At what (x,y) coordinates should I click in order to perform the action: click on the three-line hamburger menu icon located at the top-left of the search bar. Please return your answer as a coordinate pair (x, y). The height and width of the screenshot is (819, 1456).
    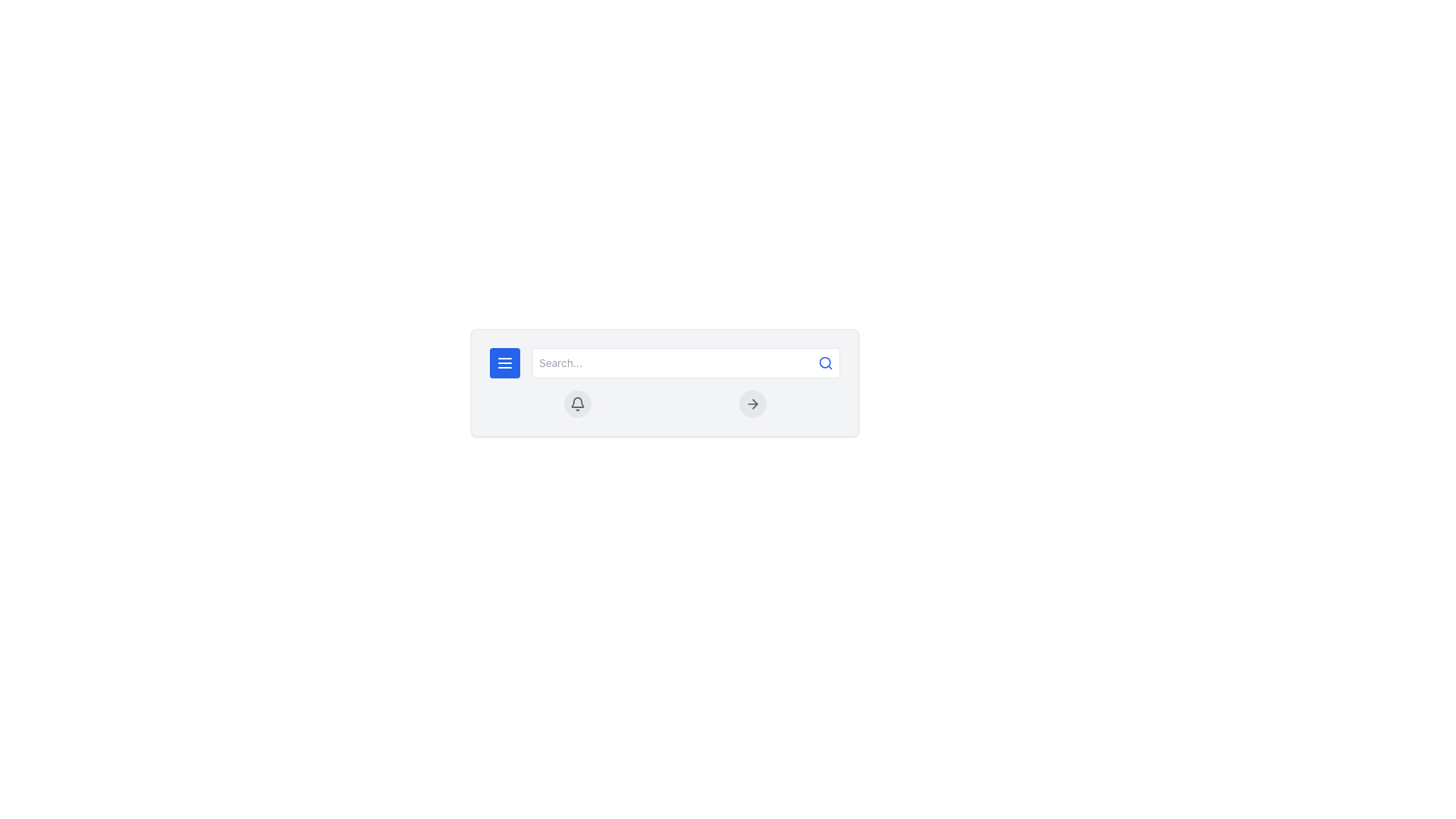
    Looking at the image, I should click on (505, 362).